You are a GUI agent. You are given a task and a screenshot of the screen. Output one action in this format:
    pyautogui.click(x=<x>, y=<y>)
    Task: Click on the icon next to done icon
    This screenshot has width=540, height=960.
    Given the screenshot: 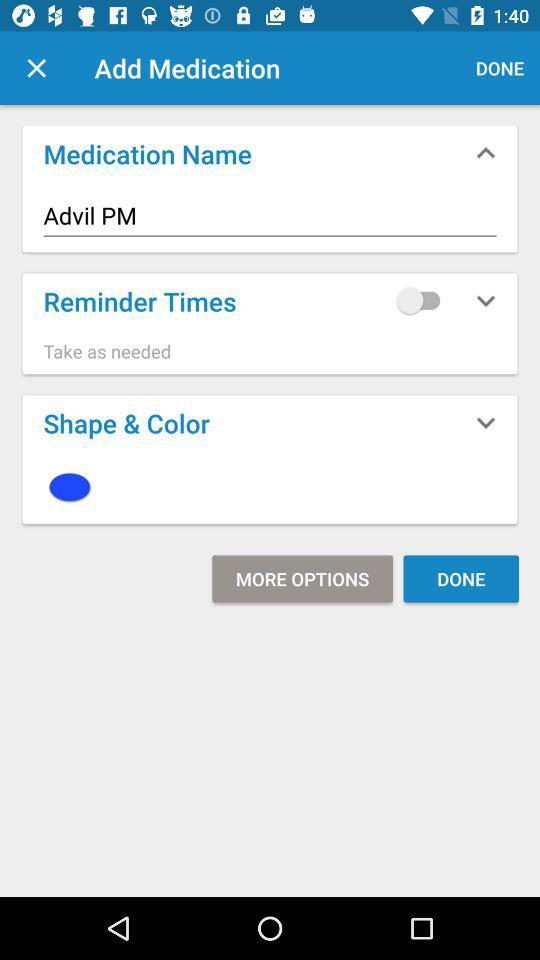 What is the action you would take?
    pyautogui.click(x=301, y=578)
    